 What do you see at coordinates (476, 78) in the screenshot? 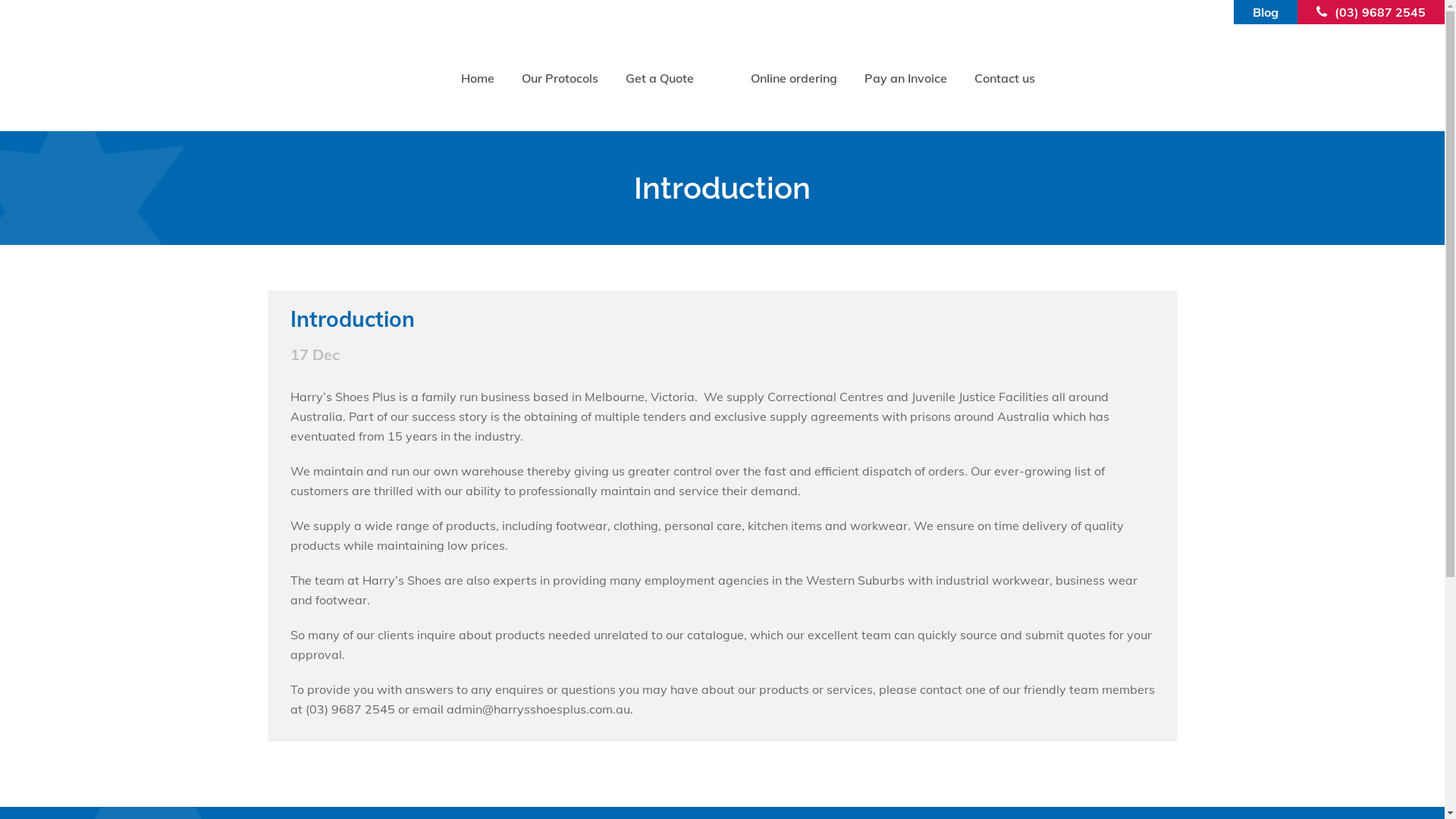
I see `'Home'` at bounding box center [476, 78].